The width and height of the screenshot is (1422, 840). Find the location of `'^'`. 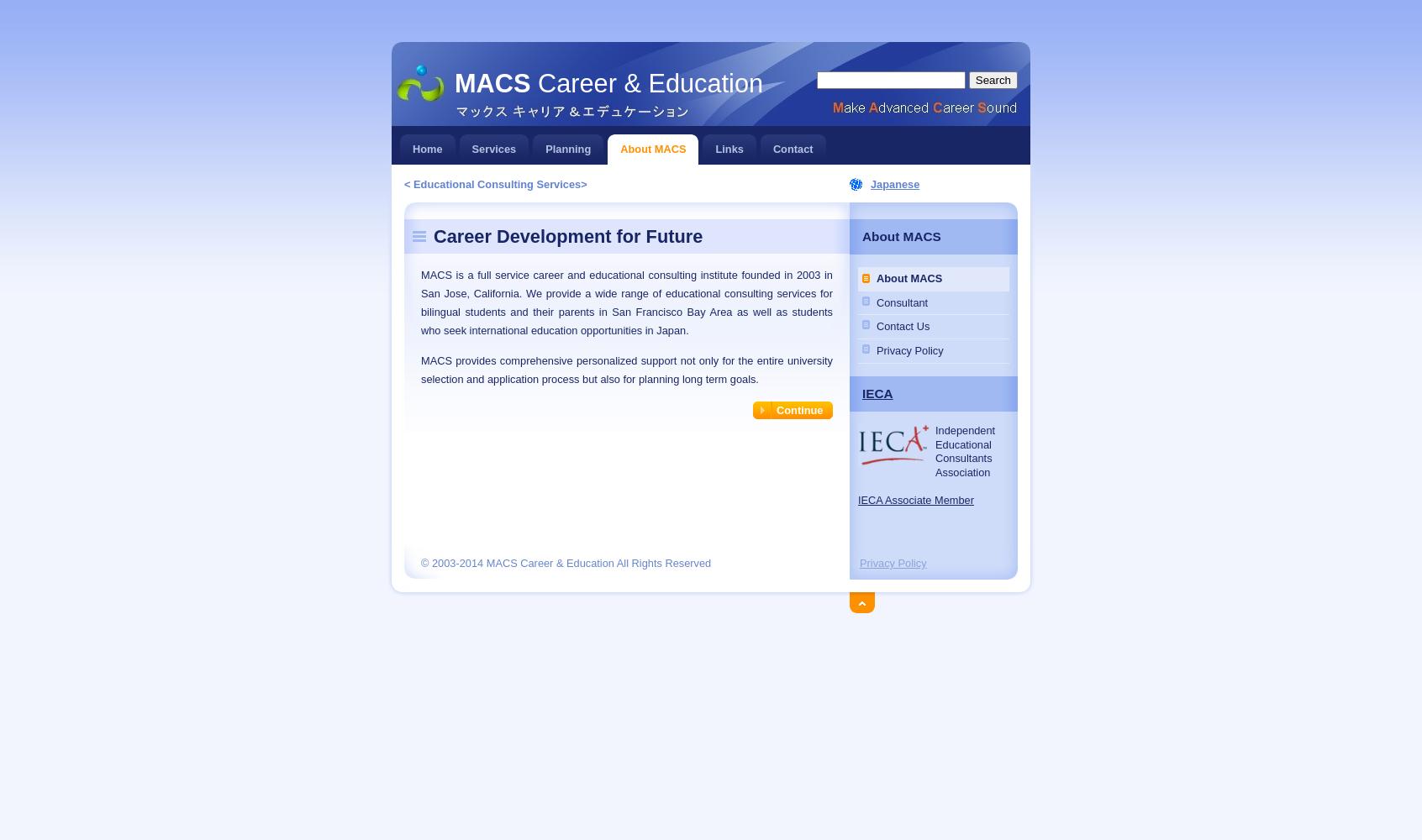

'^' is located at coordinates (851, 599).